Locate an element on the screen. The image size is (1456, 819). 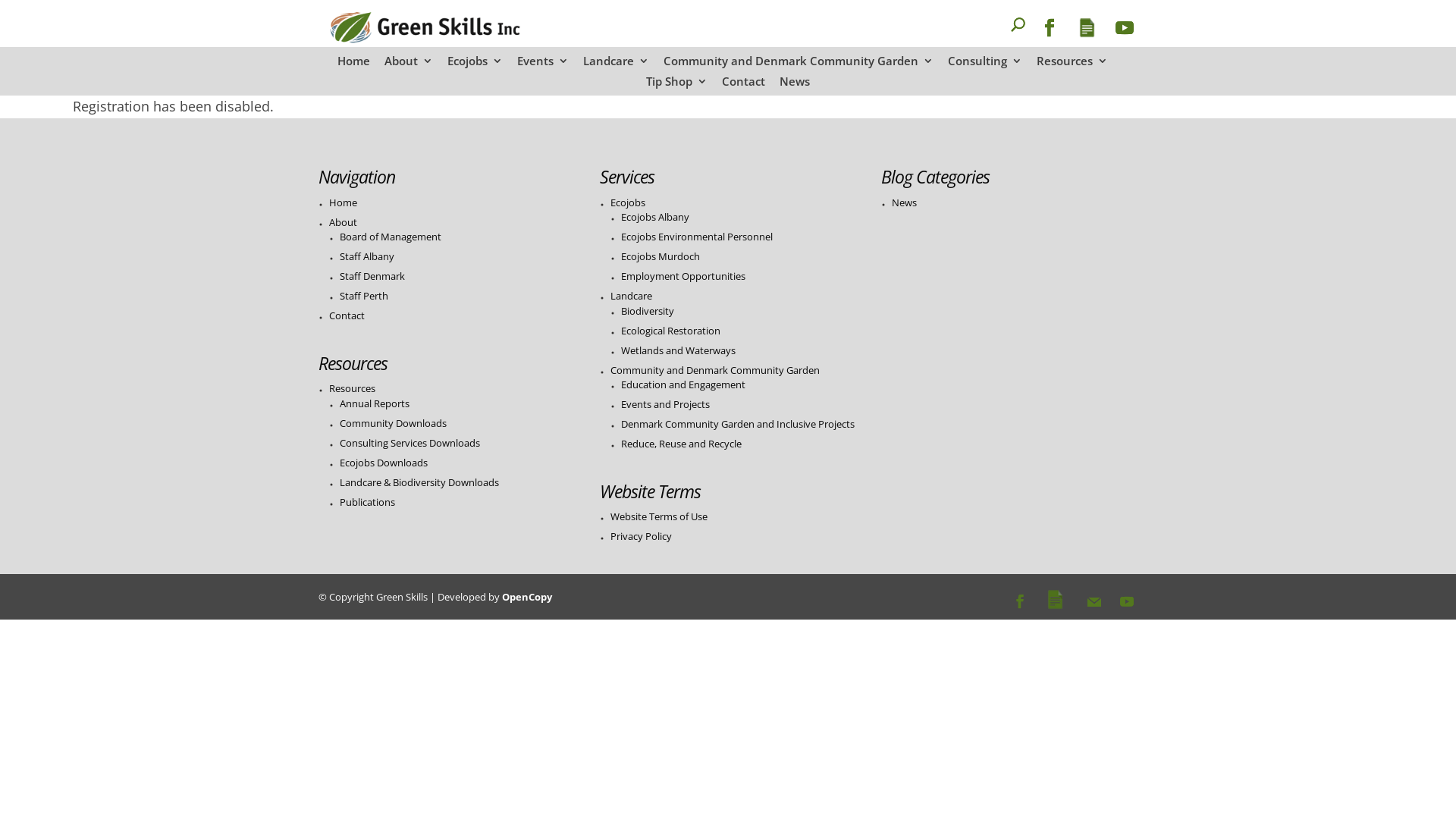
'Ecojobs Downloads' is located at coordinates (383, 461).